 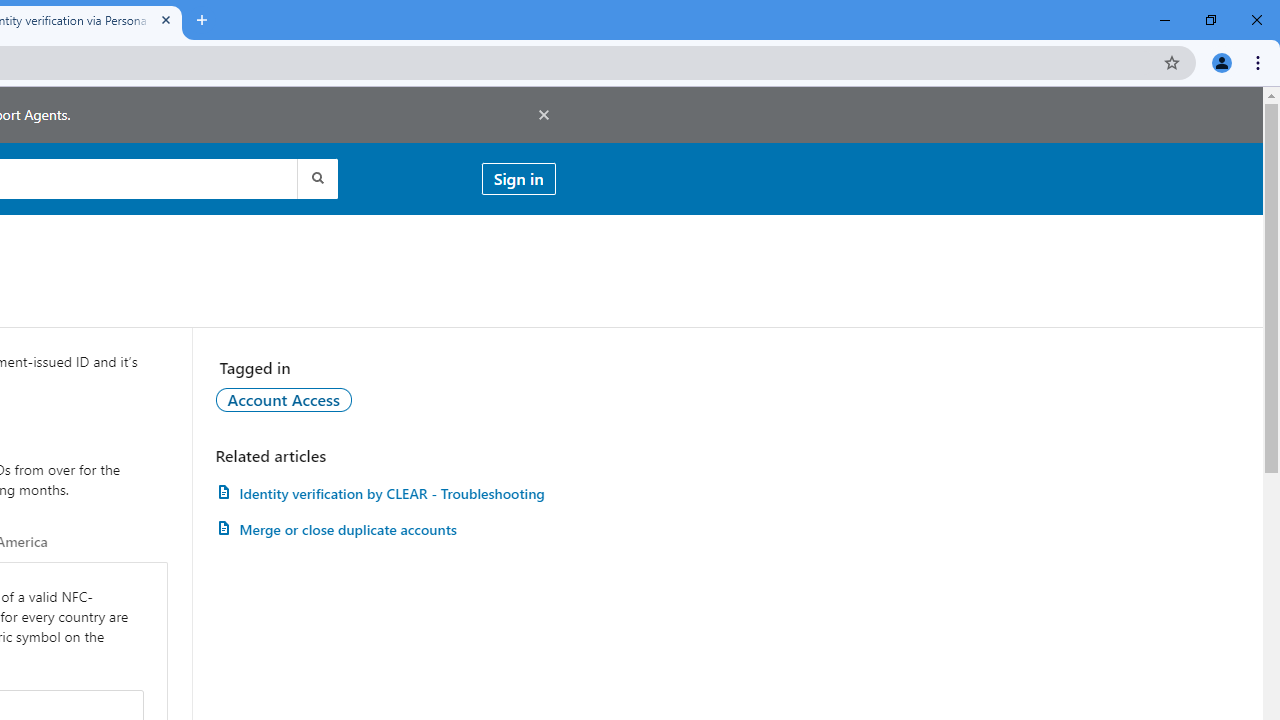 What do you see at coordinates (315, 177) in the screenshot?
I see `'Submit search'` at bounding box center [315, 177].